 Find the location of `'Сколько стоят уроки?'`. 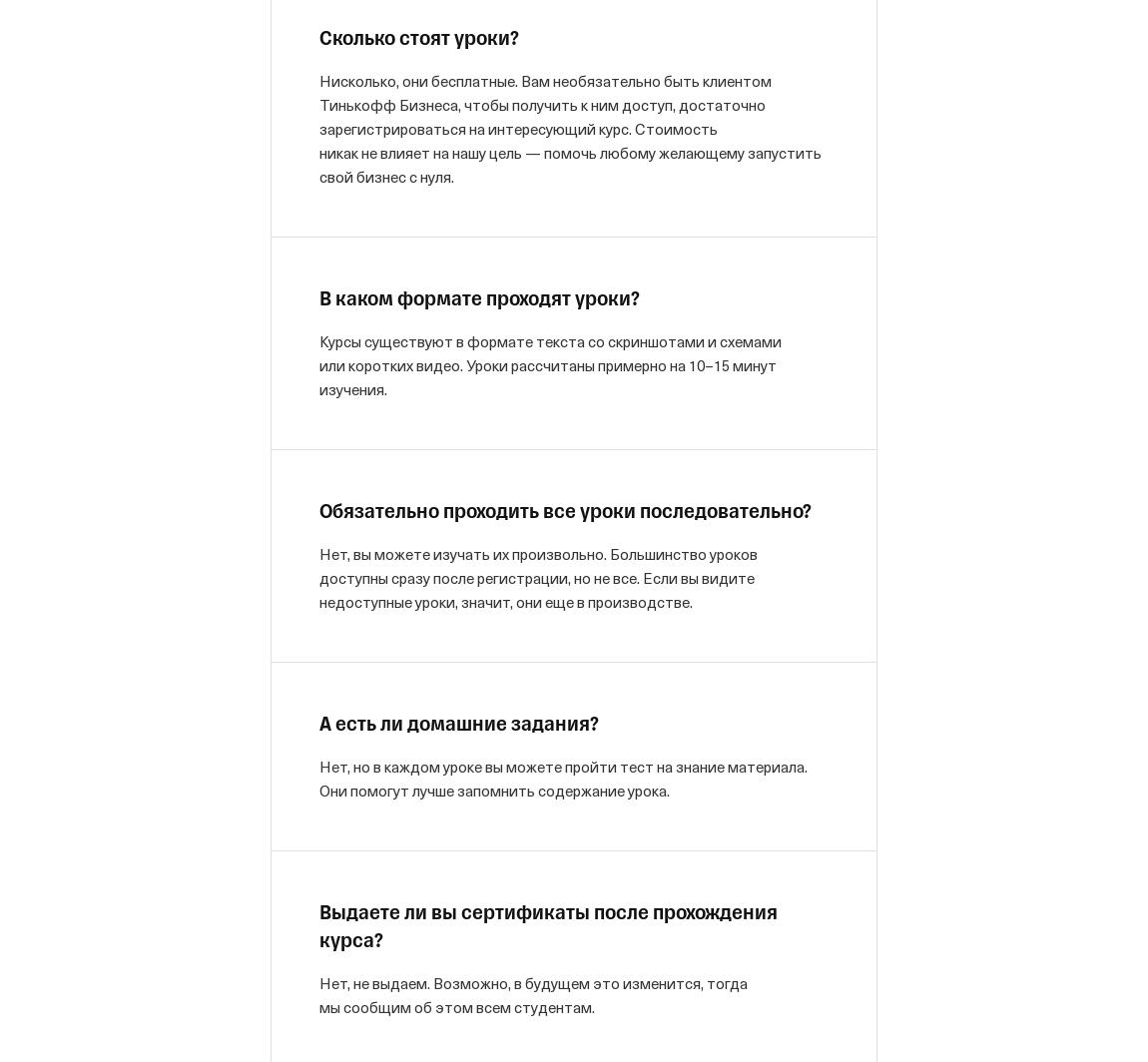

'Сколько стоят уроки?' is located at coordinates (418, 39).